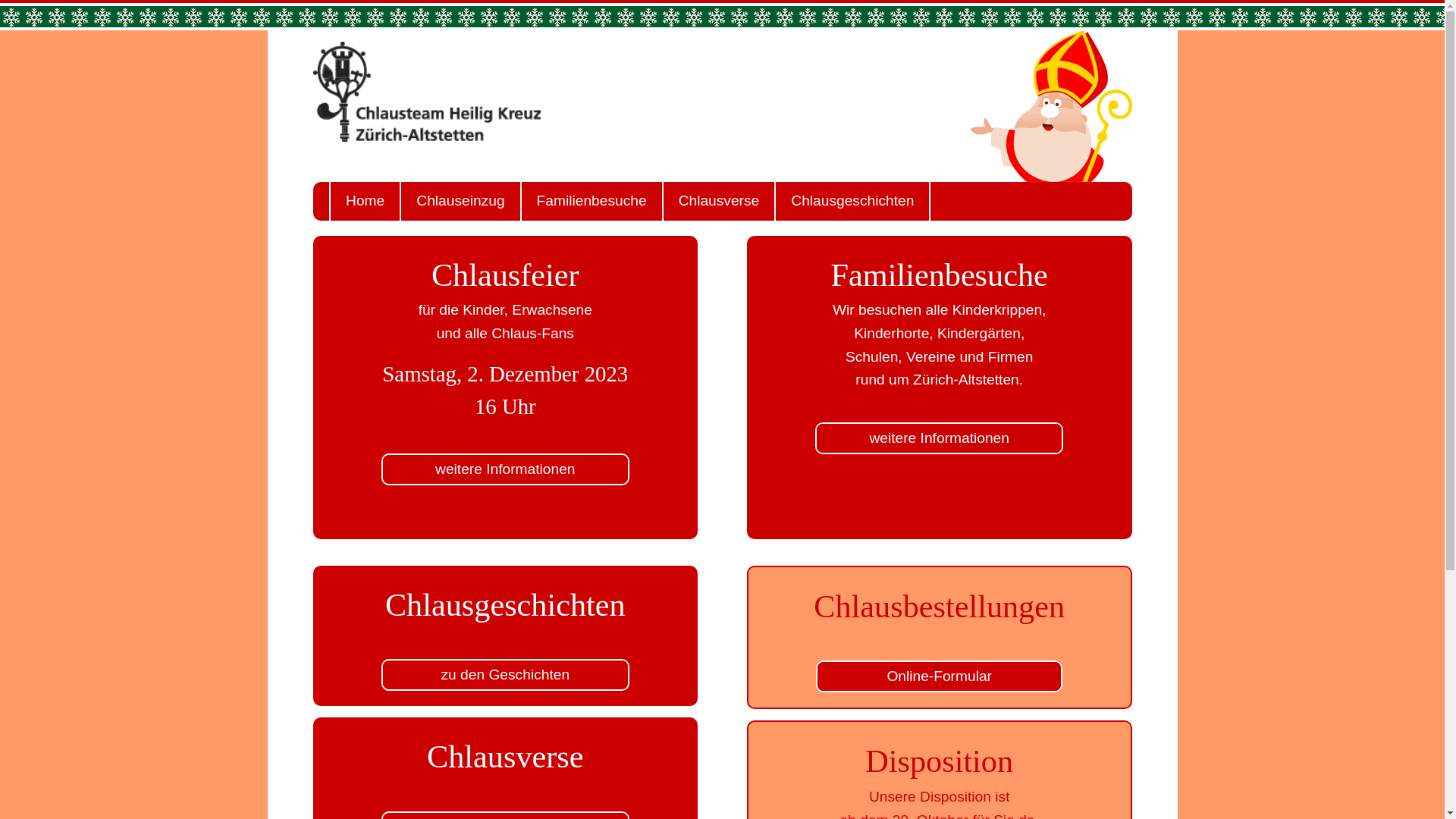 The width and height of the screenshot is (1456, 819). Describe the element at coordinates (400, 200) in the screenshot. I see `'Chlauseinzug'` at that location.